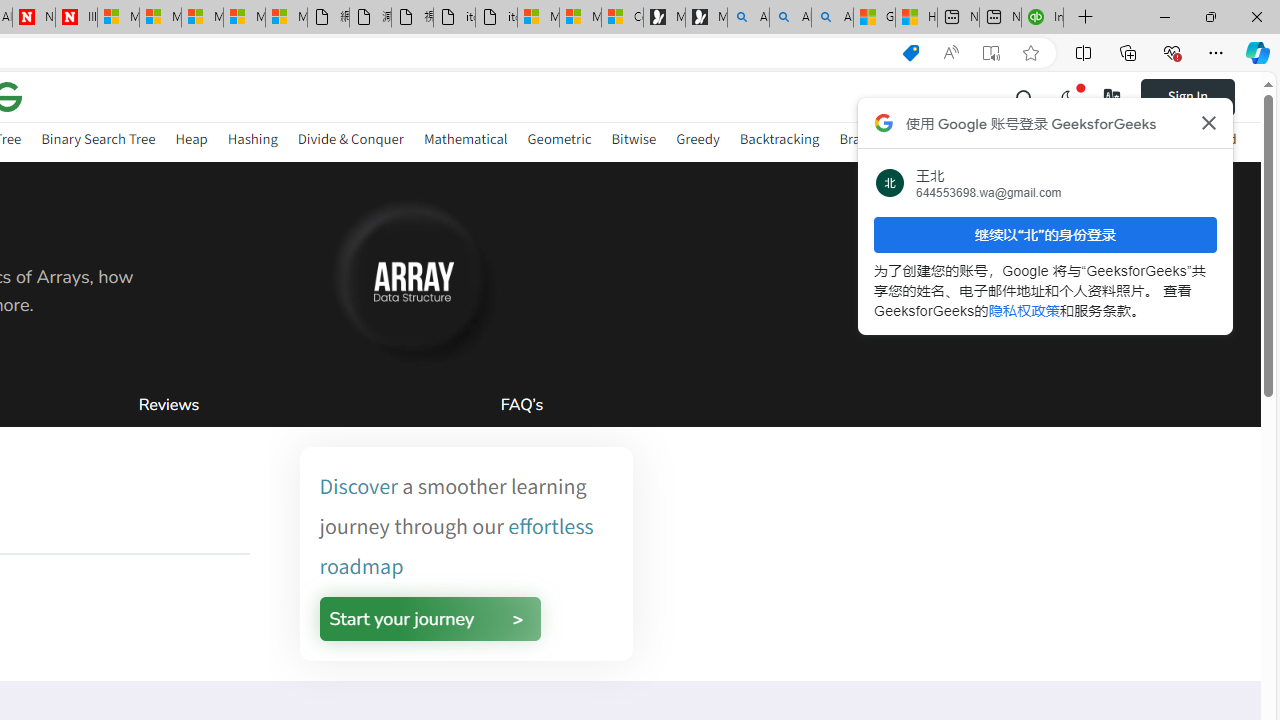  I want to click on 'itconcepthk.com/projector_solutions.mp4', so click(496, 17).